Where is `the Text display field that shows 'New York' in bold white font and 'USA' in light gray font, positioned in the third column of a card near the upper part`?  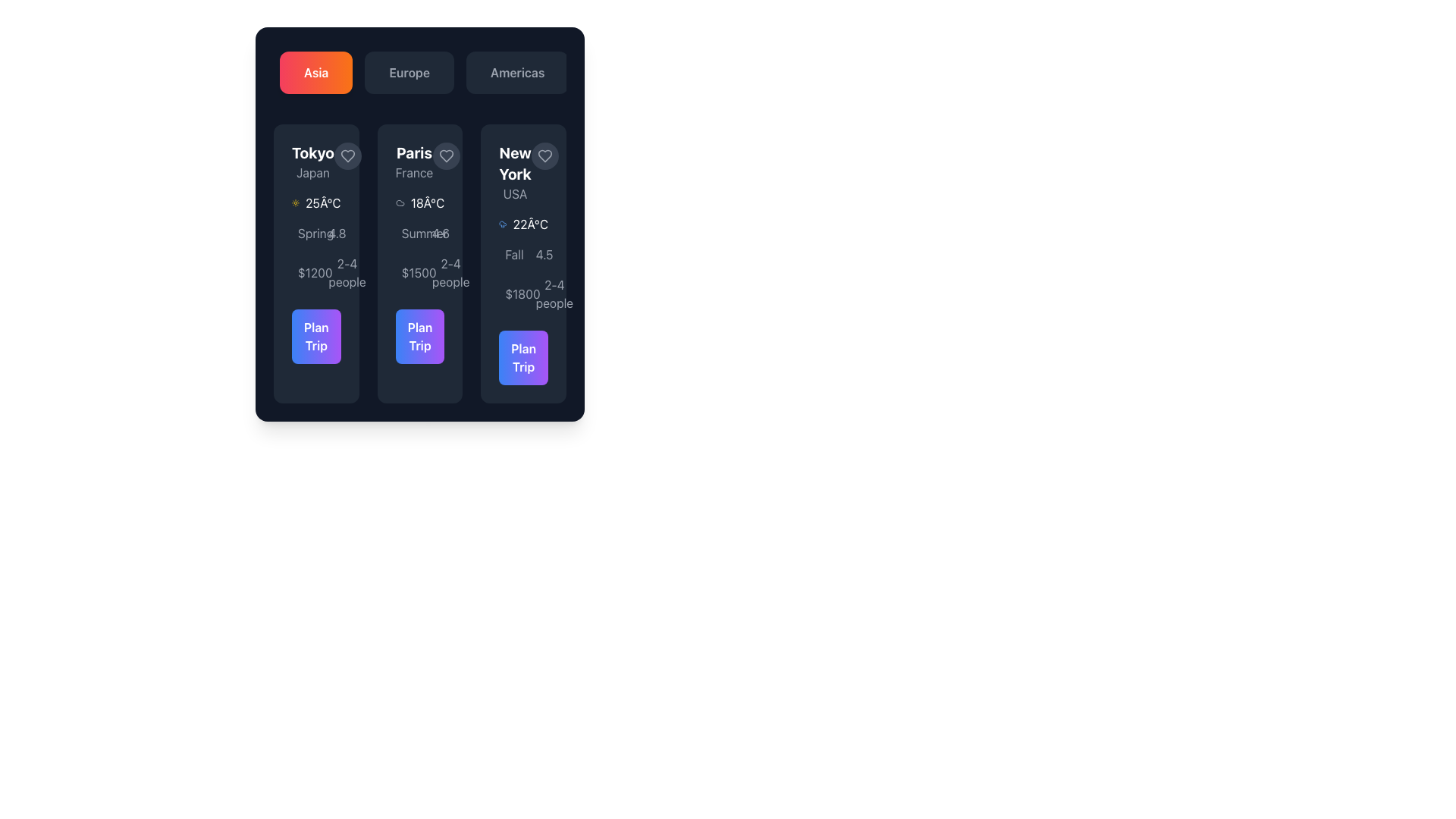
the Text display field that shows 'New York' in bold white font and 'USA' in light gray font, positioned in the third column of a card near the upper part is located at coordinates (515, 171).